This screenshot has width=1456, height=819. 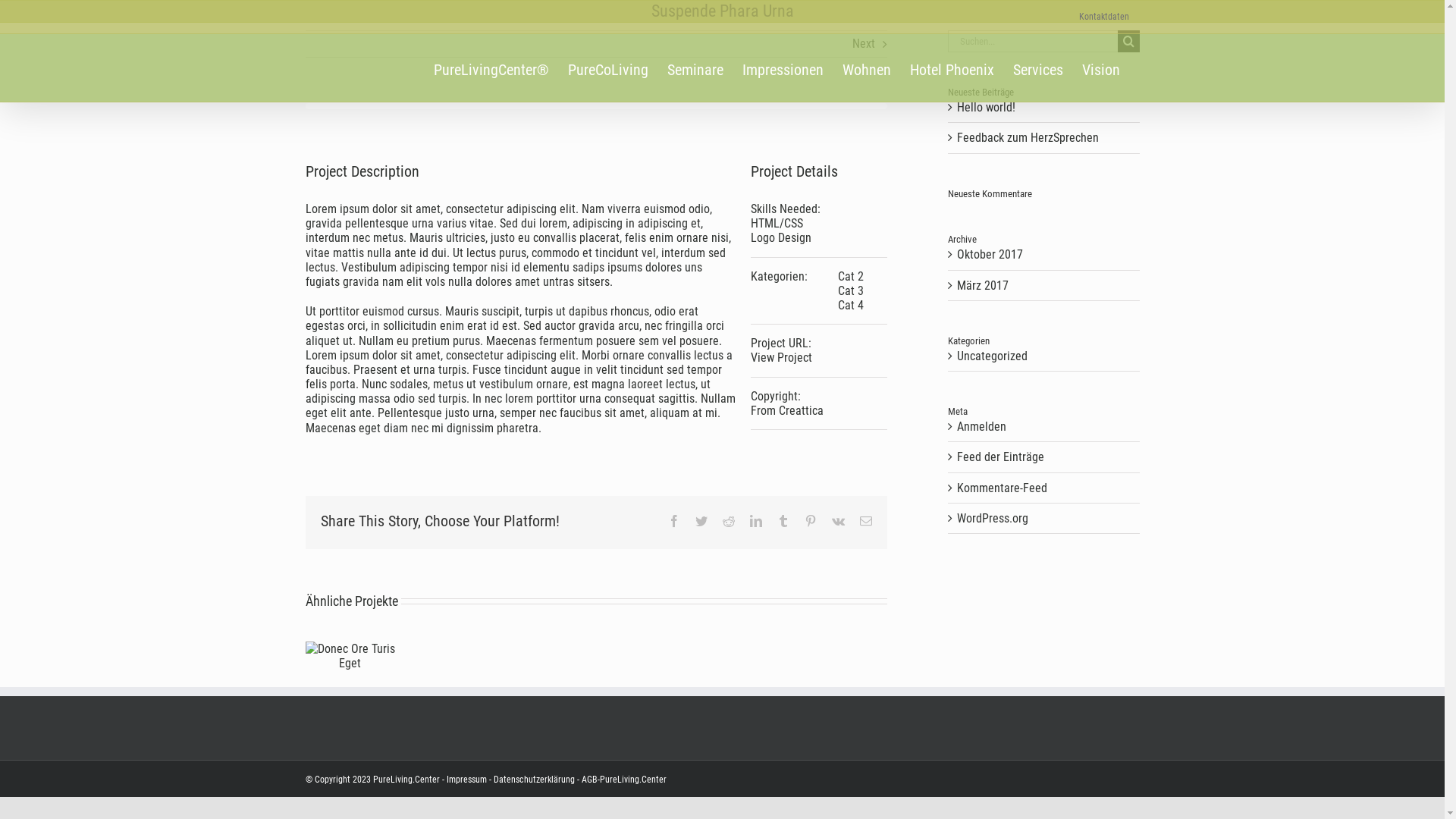 I want to click on 'Tumblr', so click(x=776, y=519).